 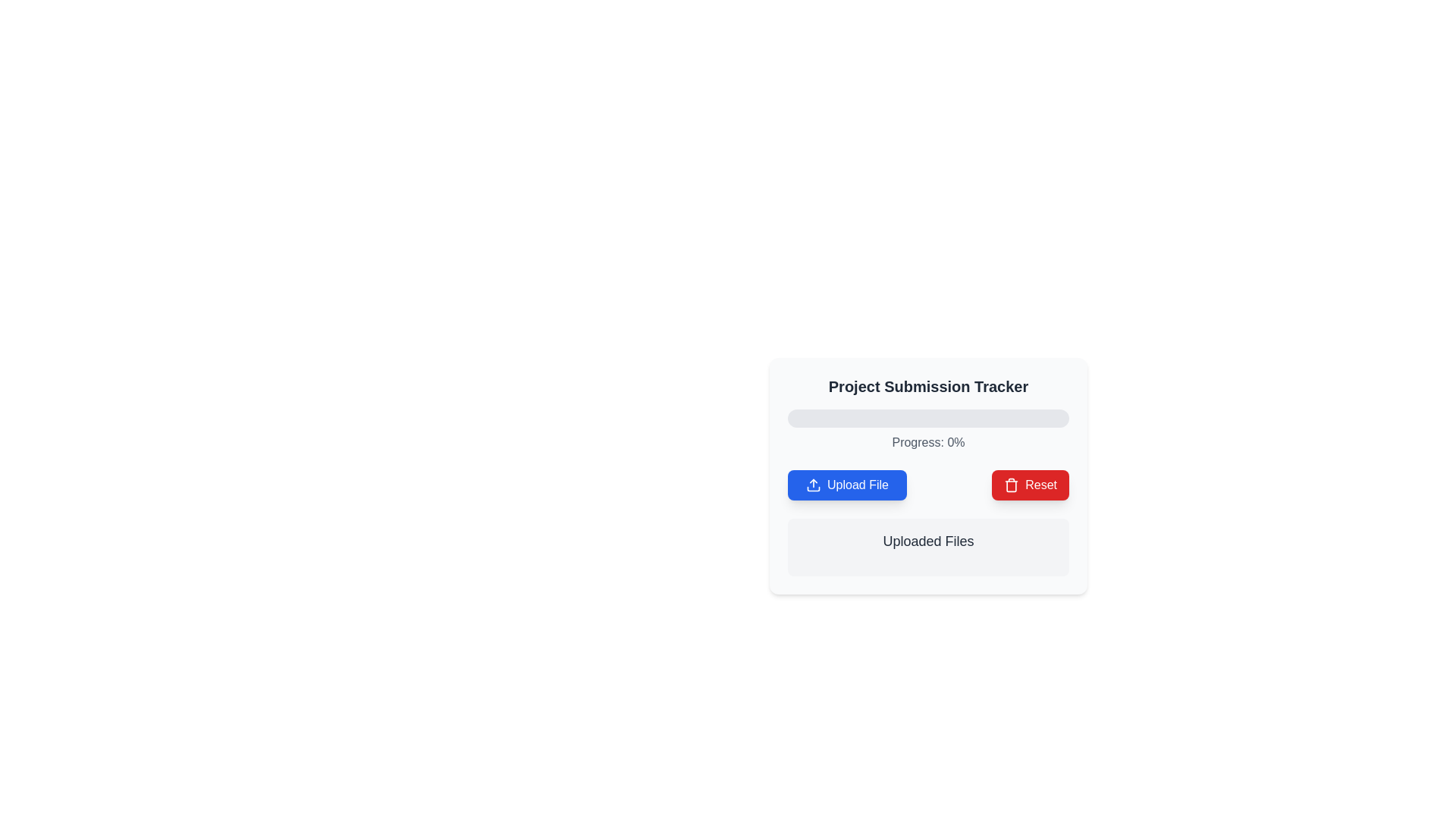 I want to click on the 'Reset' button icon, which serves as a visual indicator for resetting or clearing selections or progress, located in the lower section of the interface, so click(x=1012, y=485).